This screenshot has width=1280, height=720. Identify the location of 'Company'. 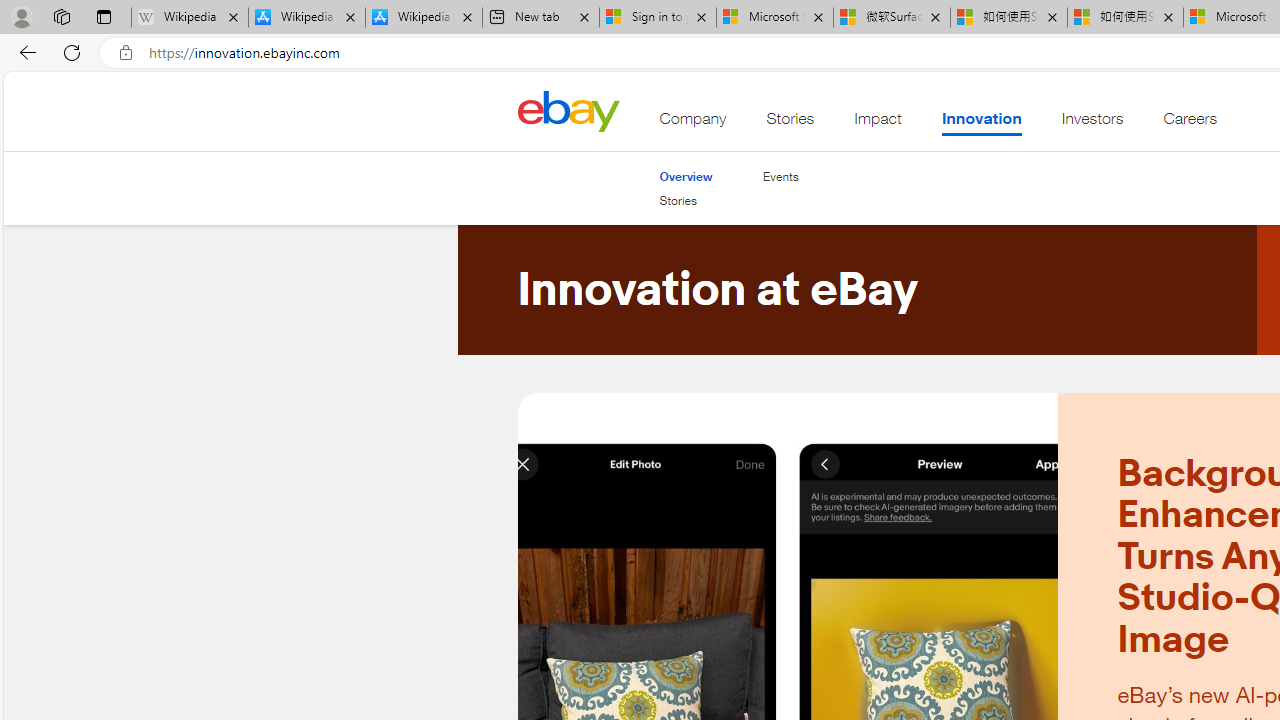
(693, 123).